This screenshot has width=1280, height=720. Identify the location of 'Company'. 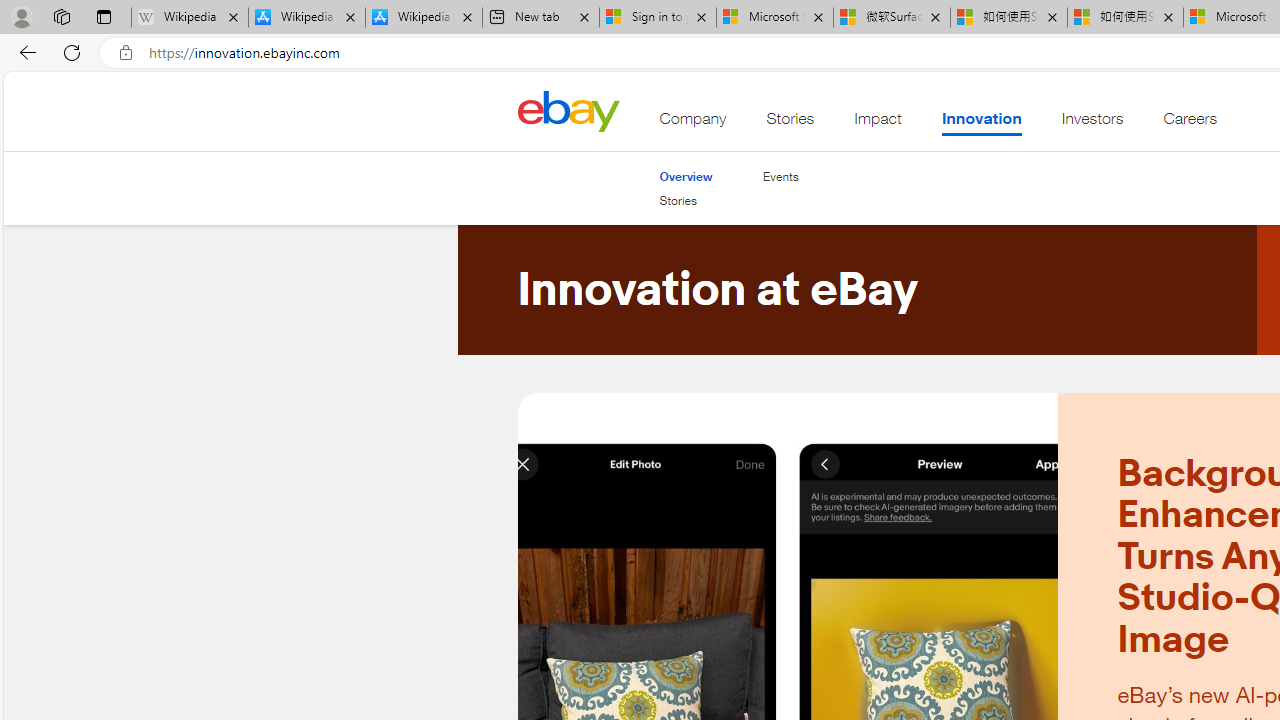
(693, 123).